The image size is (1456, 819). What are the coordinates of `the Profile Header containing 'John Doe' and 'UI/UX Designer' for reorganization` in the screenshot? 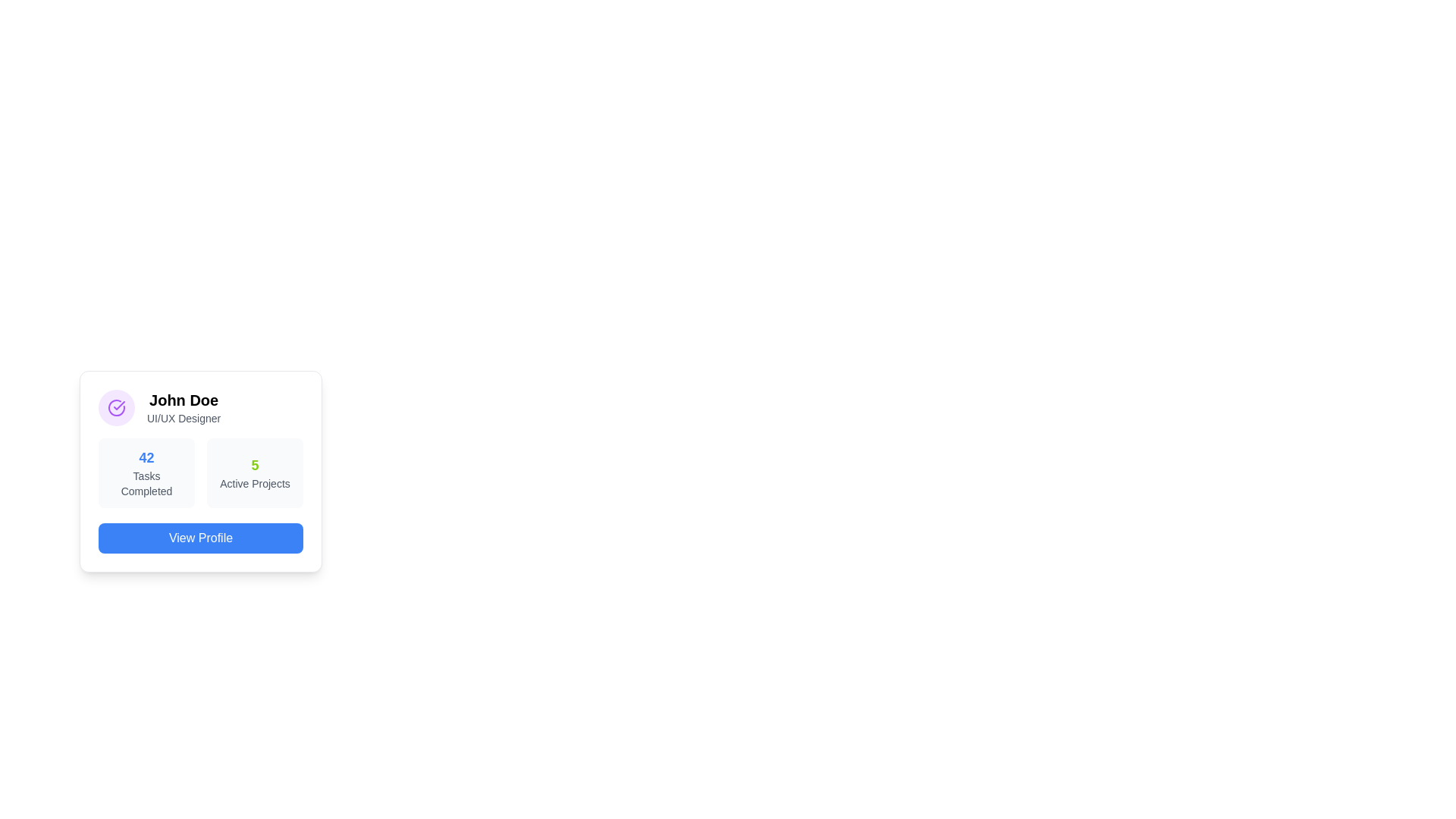 It's located at (199, 406).